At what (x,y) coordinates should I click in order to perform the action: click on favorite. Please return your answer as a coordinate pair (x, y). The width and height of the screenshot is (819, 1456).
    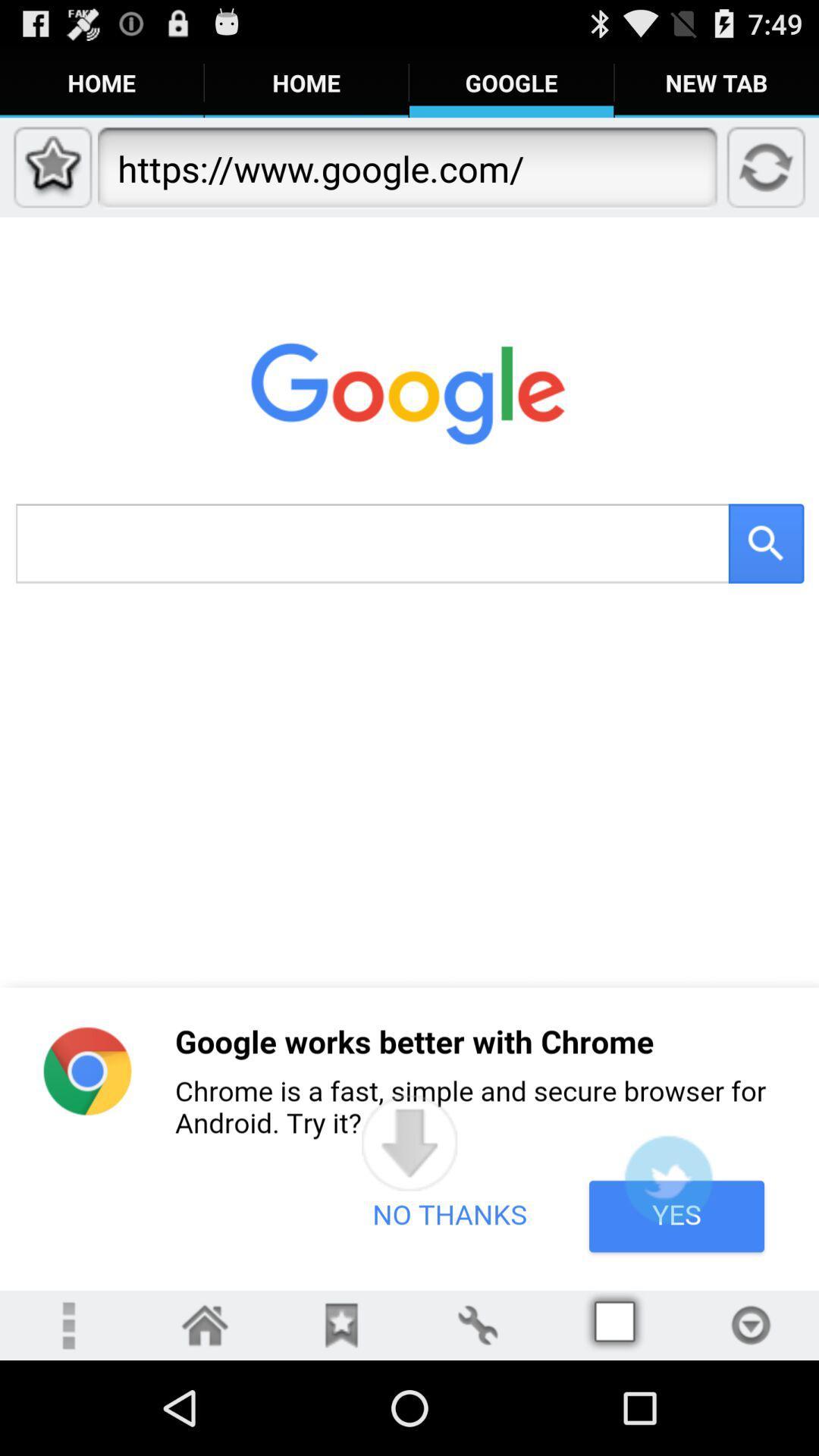
    Looking at the image, I should click on (341, 1324).